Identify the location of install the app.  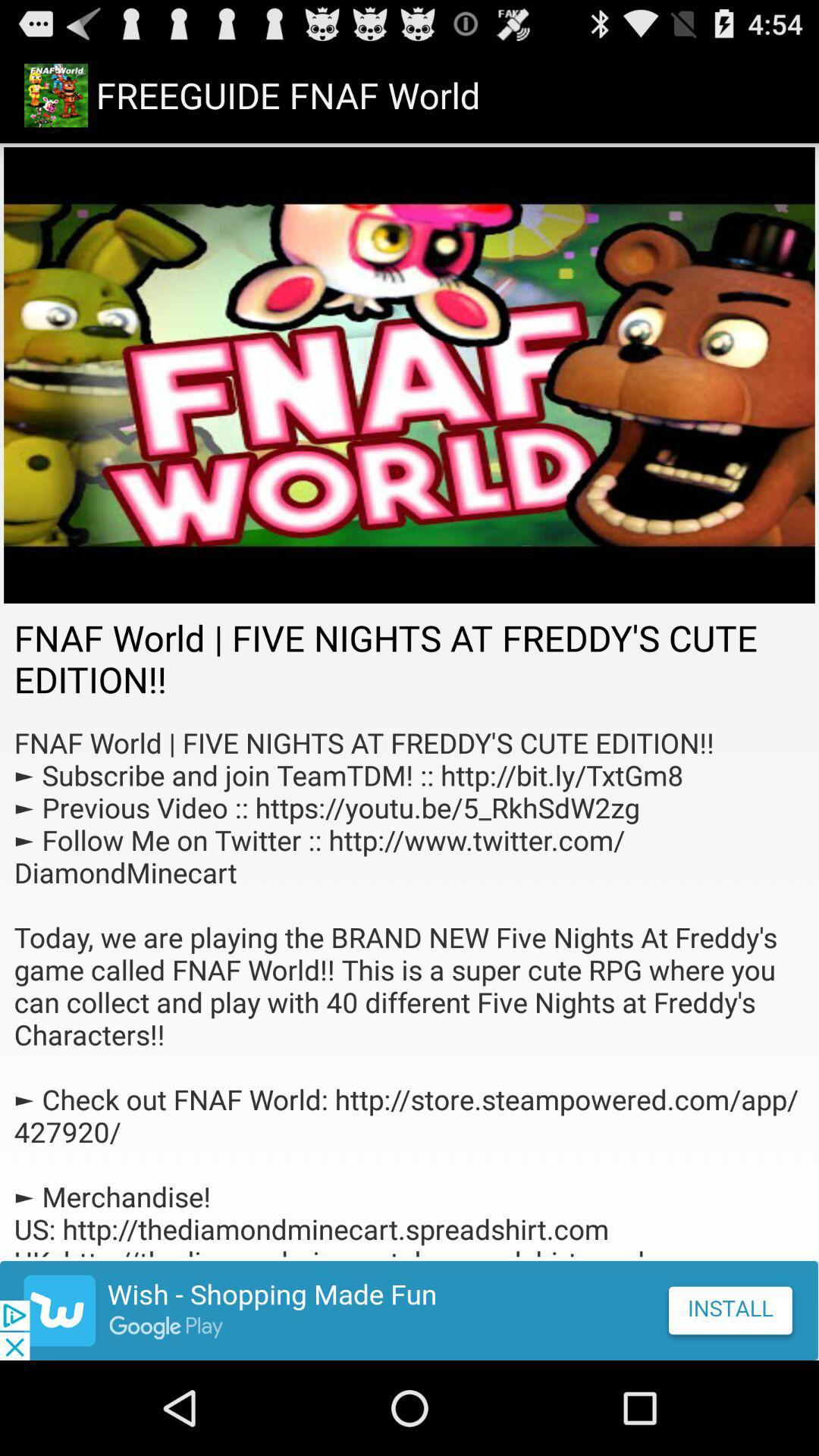
(409, 1310).